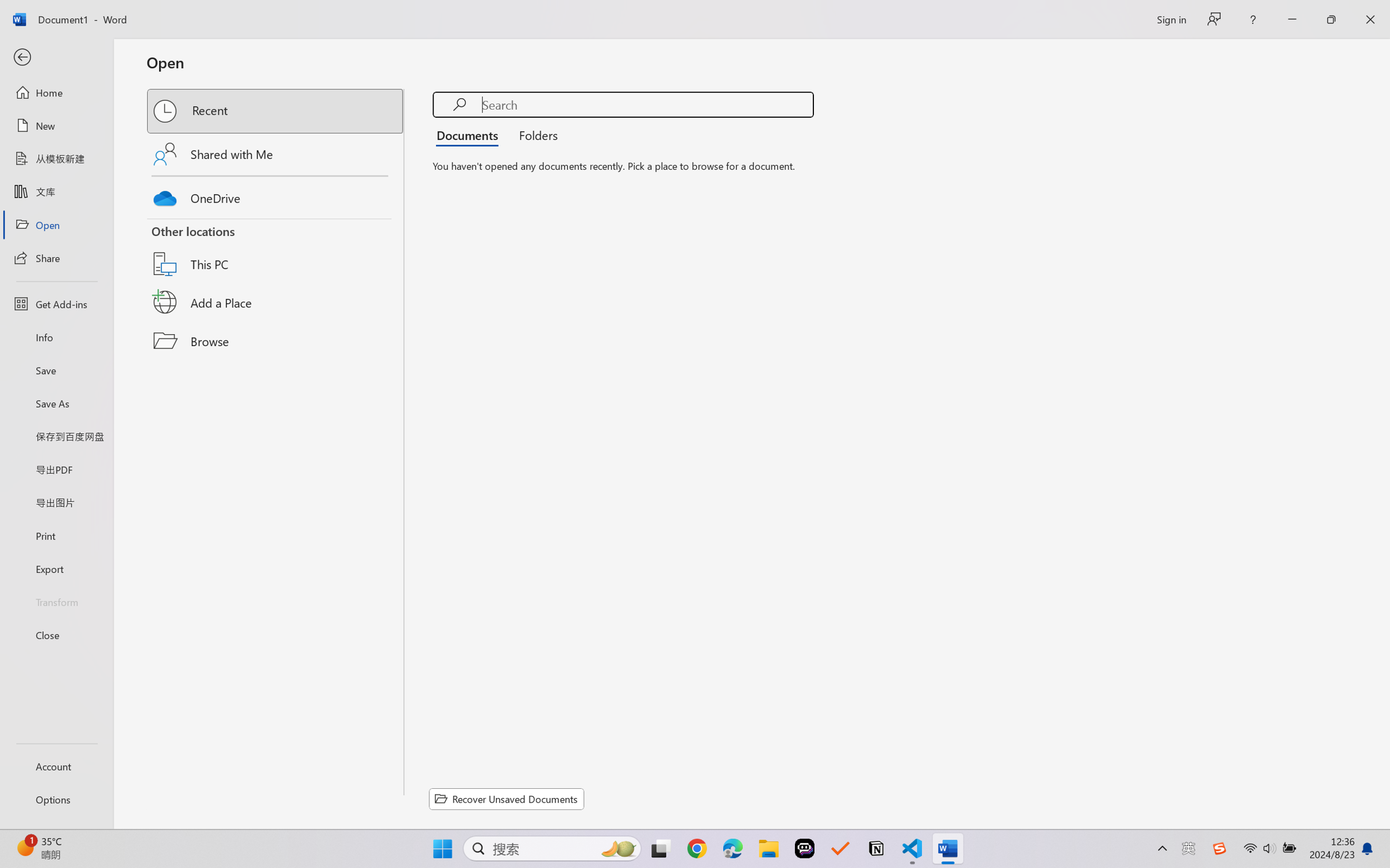 The image size is (1390, 868). I want to click on 'Add a Place', so click(276, 301).